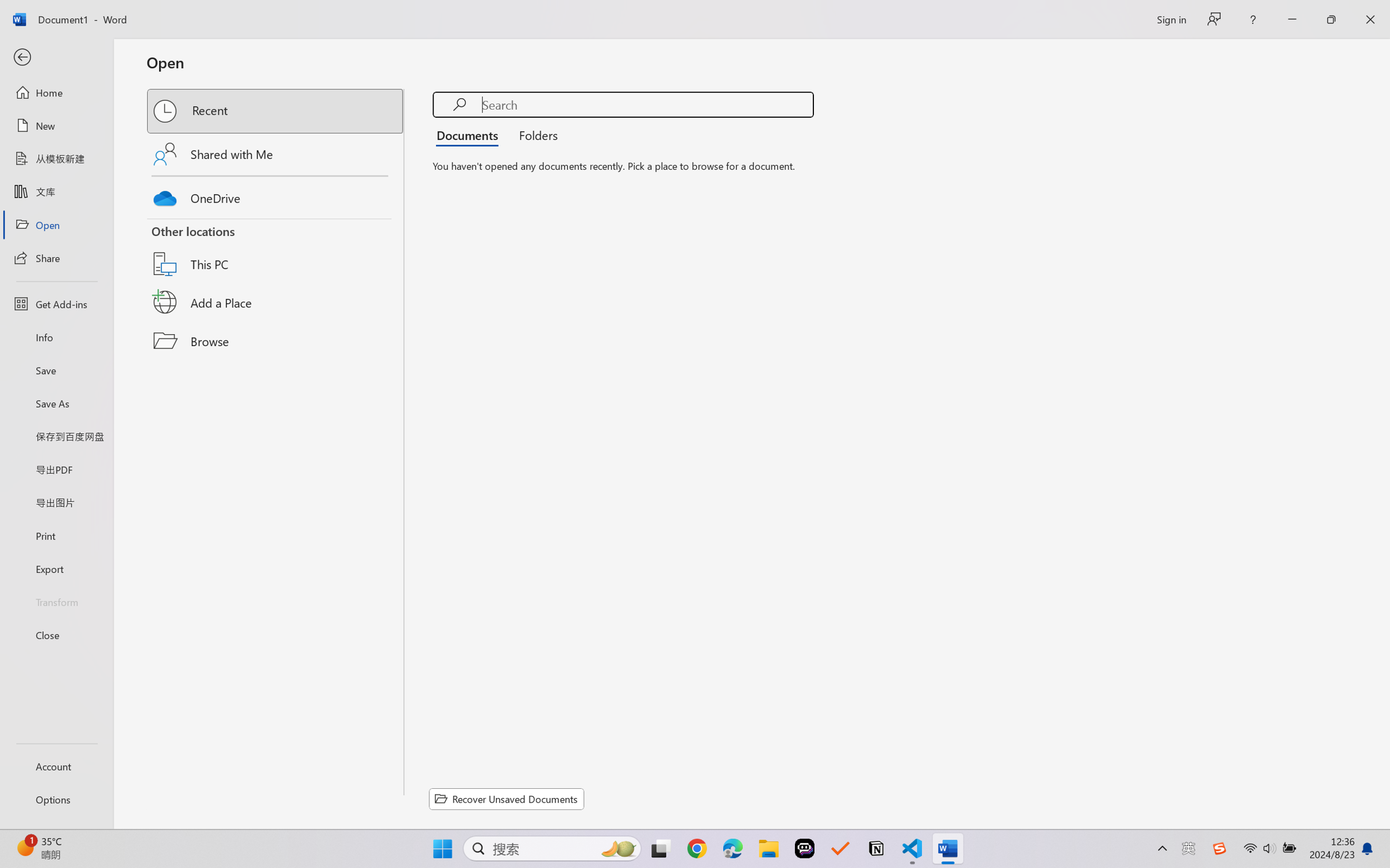 The image size is (1390, 868). I want to click on 'Add a Place', so click(276, 301).